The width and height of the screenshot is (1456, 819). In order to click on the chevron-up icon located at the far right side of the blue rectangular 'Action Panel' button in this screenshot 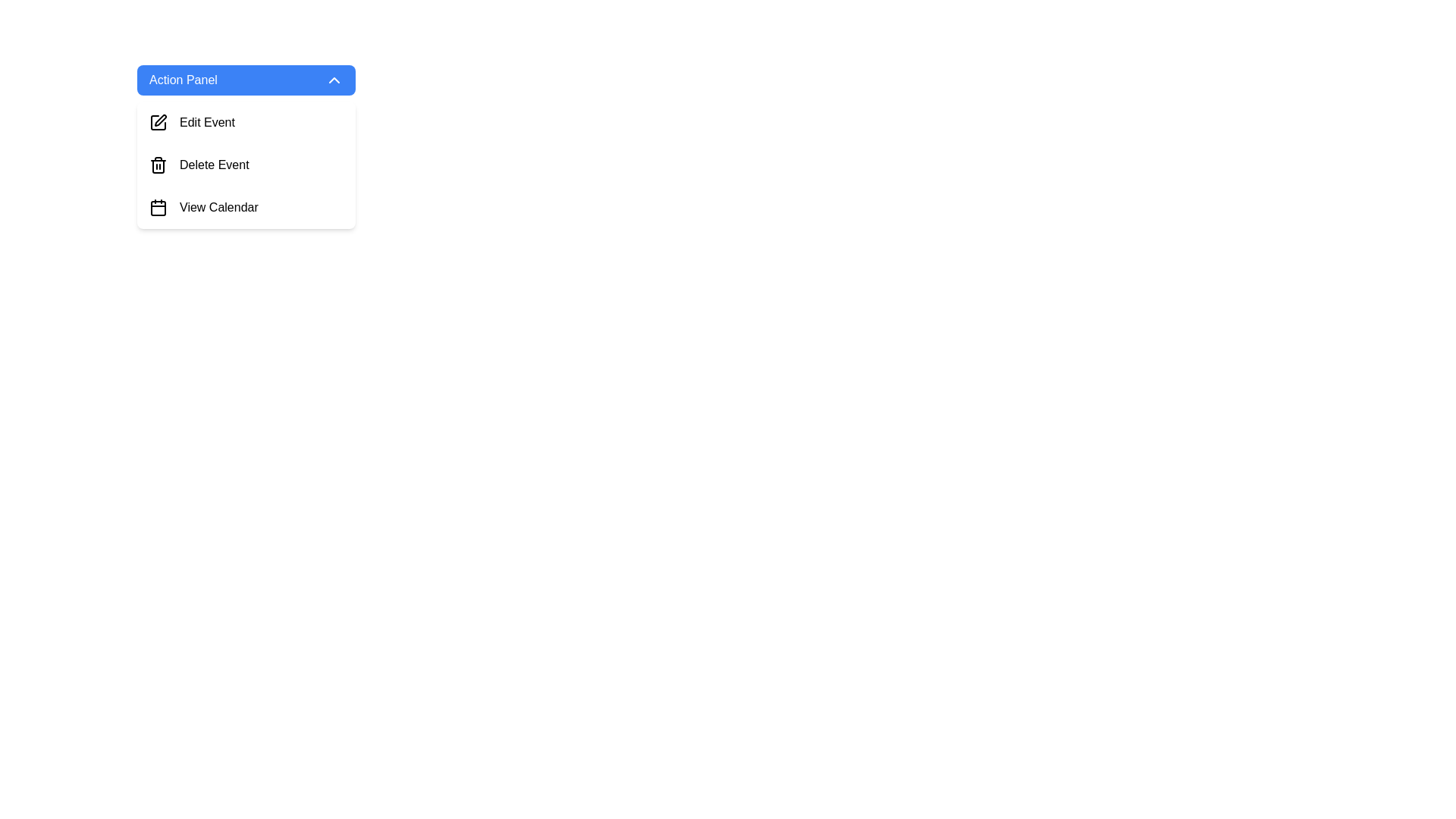, I will do `click(334, 80)`.